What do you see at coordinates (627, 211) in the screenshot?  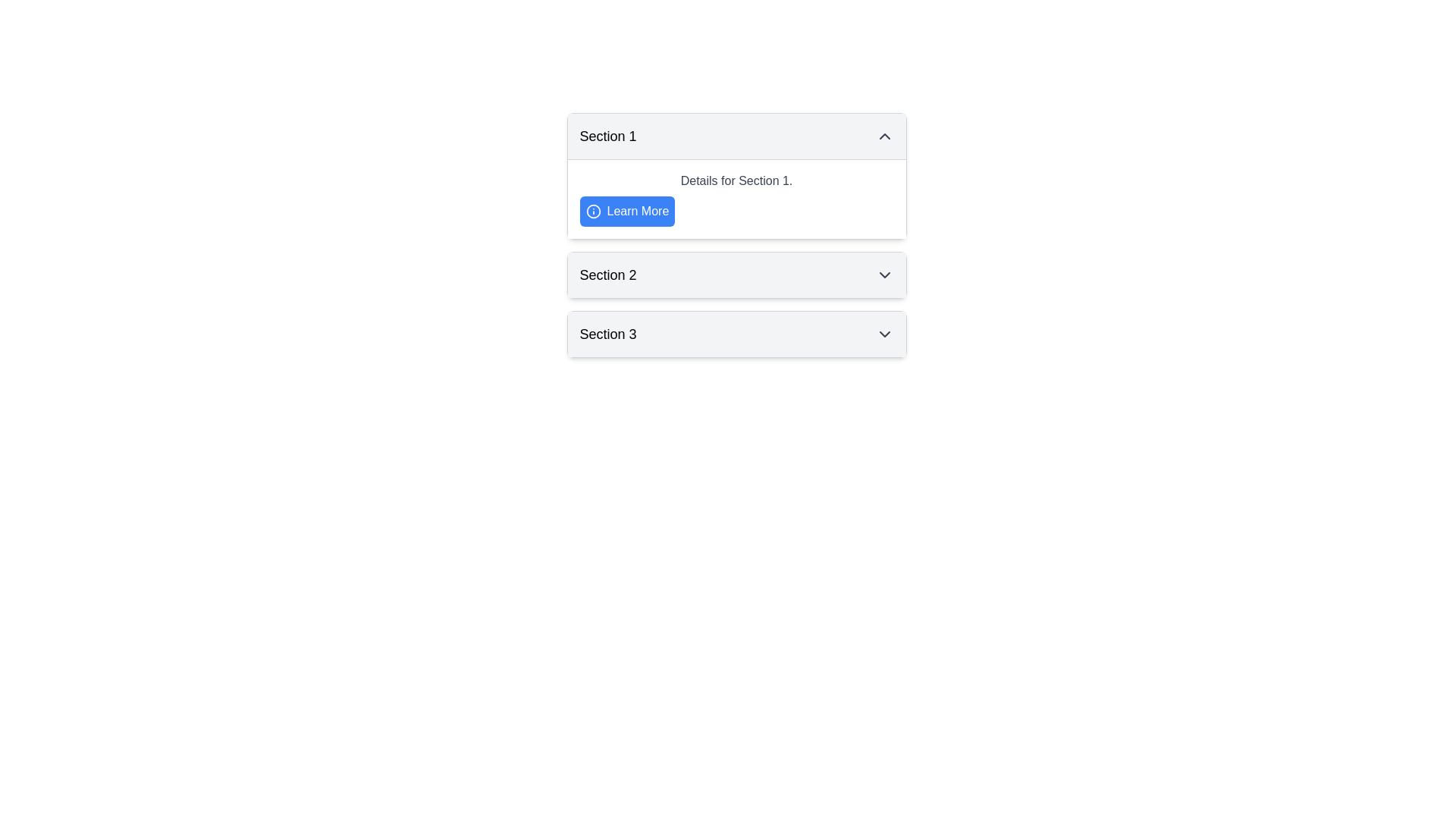 I see `the button located near the bottom center of the expanded 'Section 1' panel, below the text 'Details for Section 1'` at bounding box center [627, 211].